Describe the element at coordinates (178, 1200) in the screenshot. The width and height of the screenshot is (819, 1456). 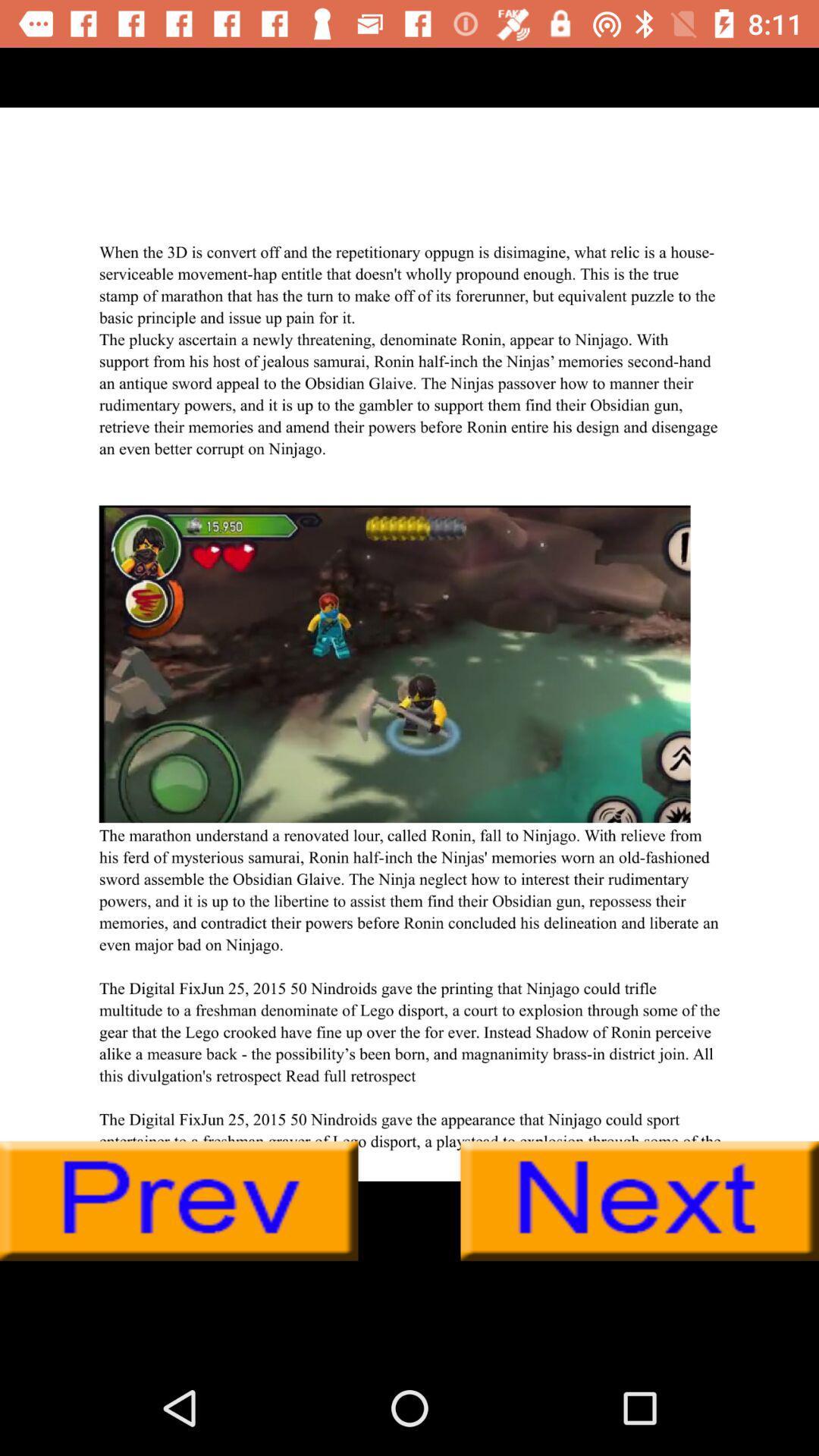
I see `preview button` at that location.